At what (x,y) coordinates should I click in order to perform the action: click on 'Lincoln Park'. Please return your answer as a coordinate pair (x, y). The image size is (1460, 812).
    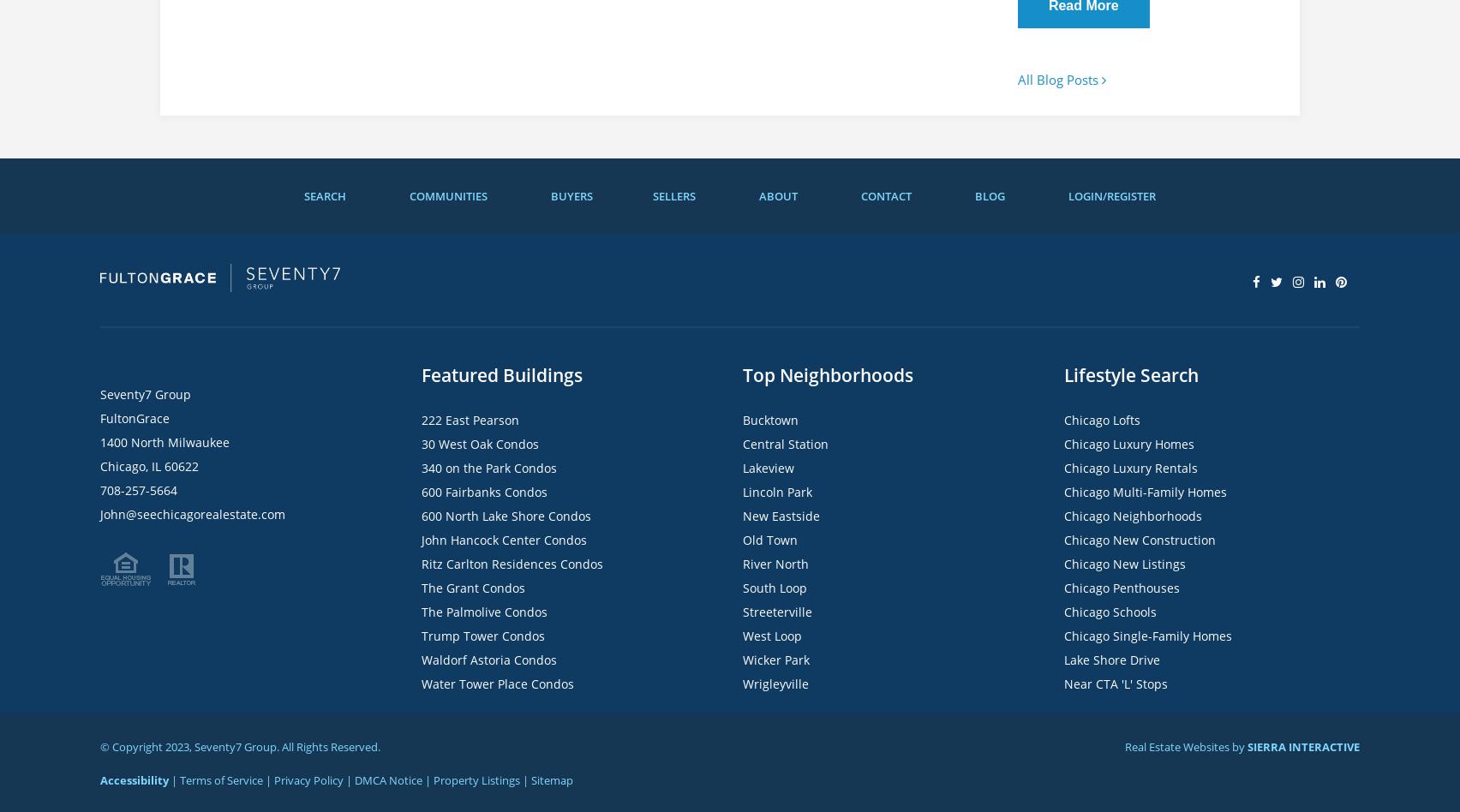
    Looking at the image, I should click on (777, 492).